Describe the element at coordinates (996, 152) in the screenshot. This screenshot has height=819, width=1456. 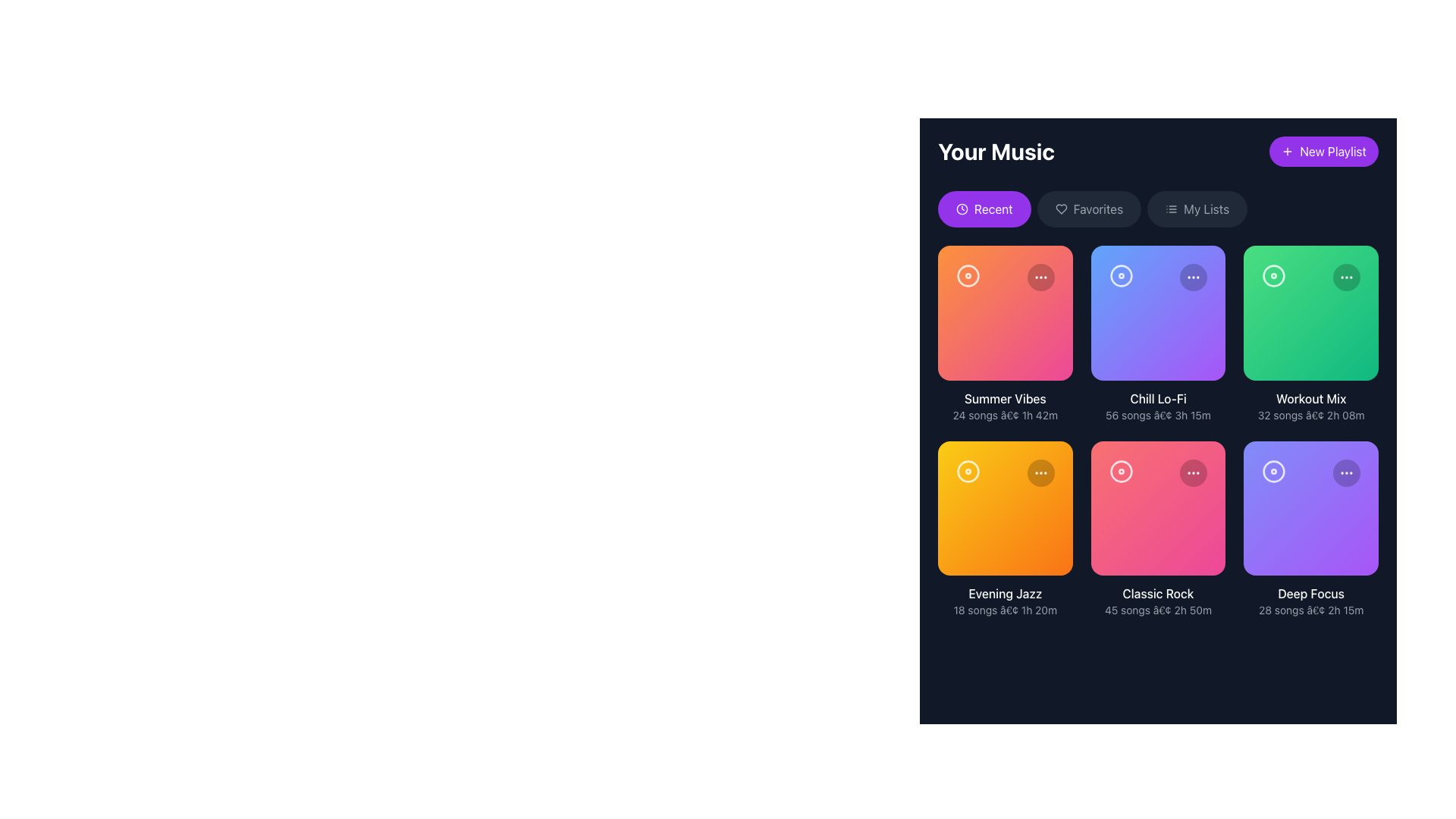
I see `the text label that serves as a header or title for the section, located near the top-left corner before the 'New Playlist' button and an icon` at that location.